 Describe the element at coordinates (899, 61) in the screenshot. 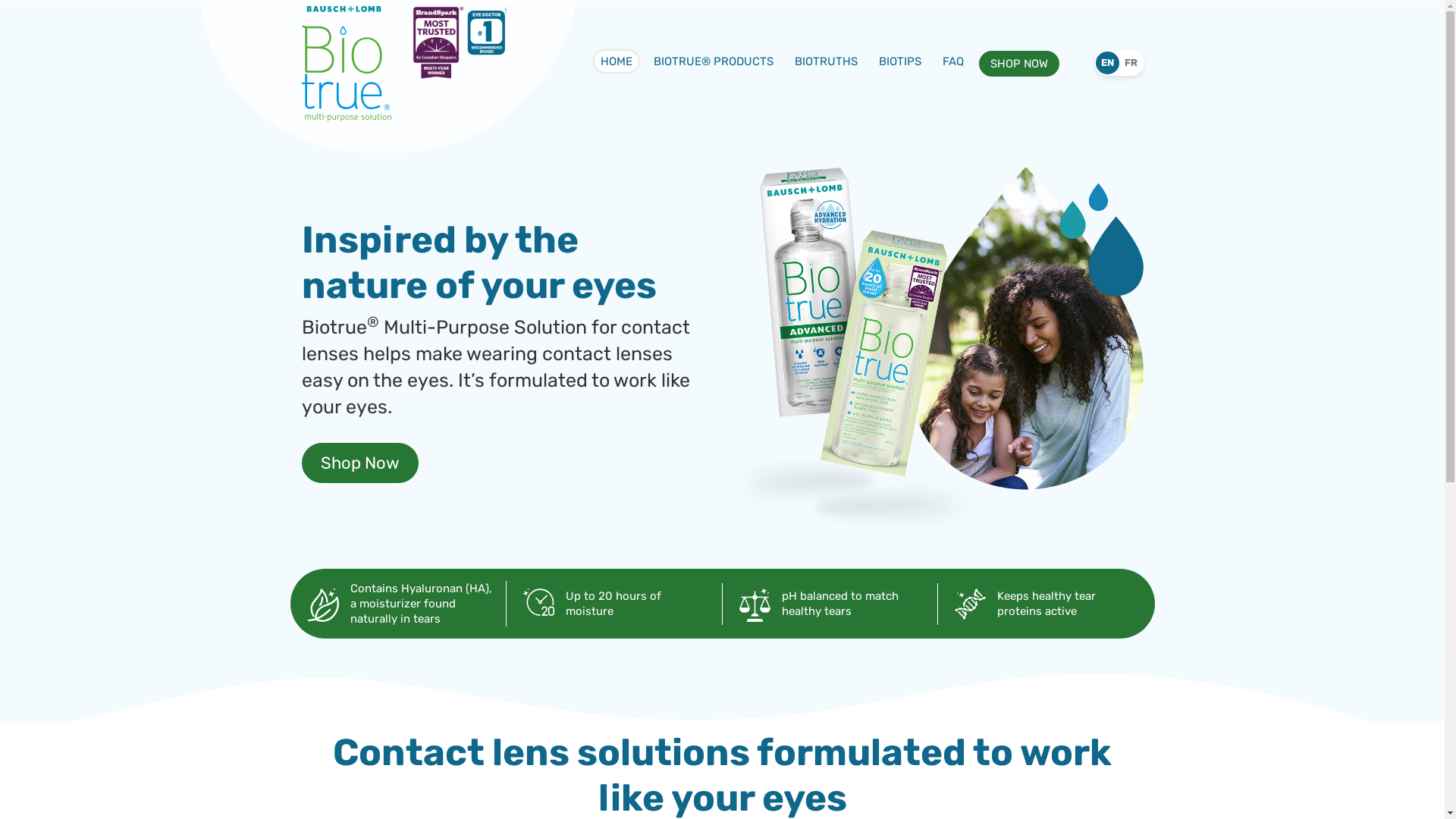

I see `'BIOTIPS'` at that location.